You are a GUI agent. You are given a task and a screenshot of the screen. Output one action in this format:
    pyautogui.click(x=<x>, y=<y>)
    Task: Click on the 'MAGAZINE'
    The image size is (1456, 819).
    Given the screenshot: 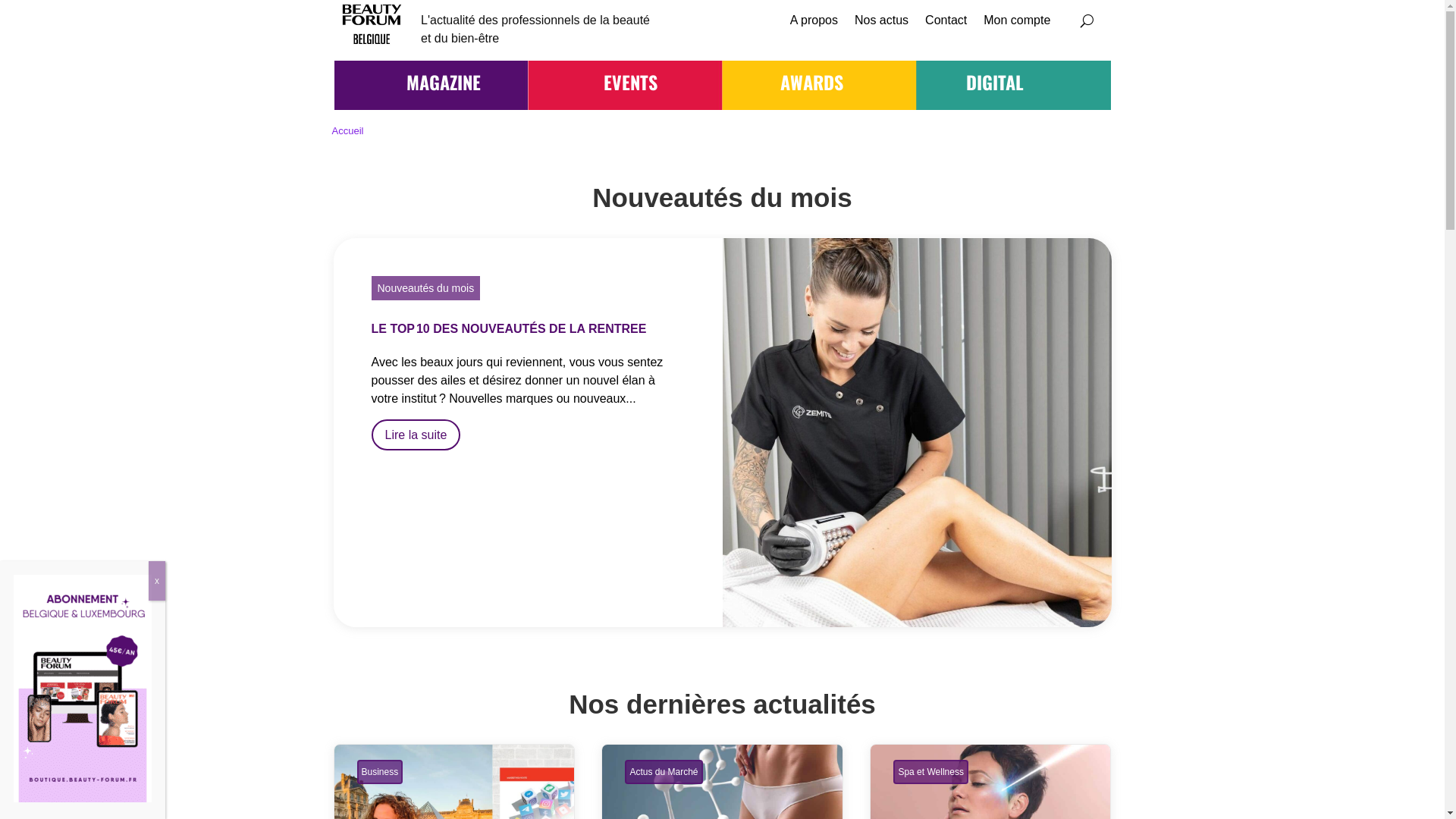 What is the action you would take?
    pyautogui.click(x=443, y=82)
    